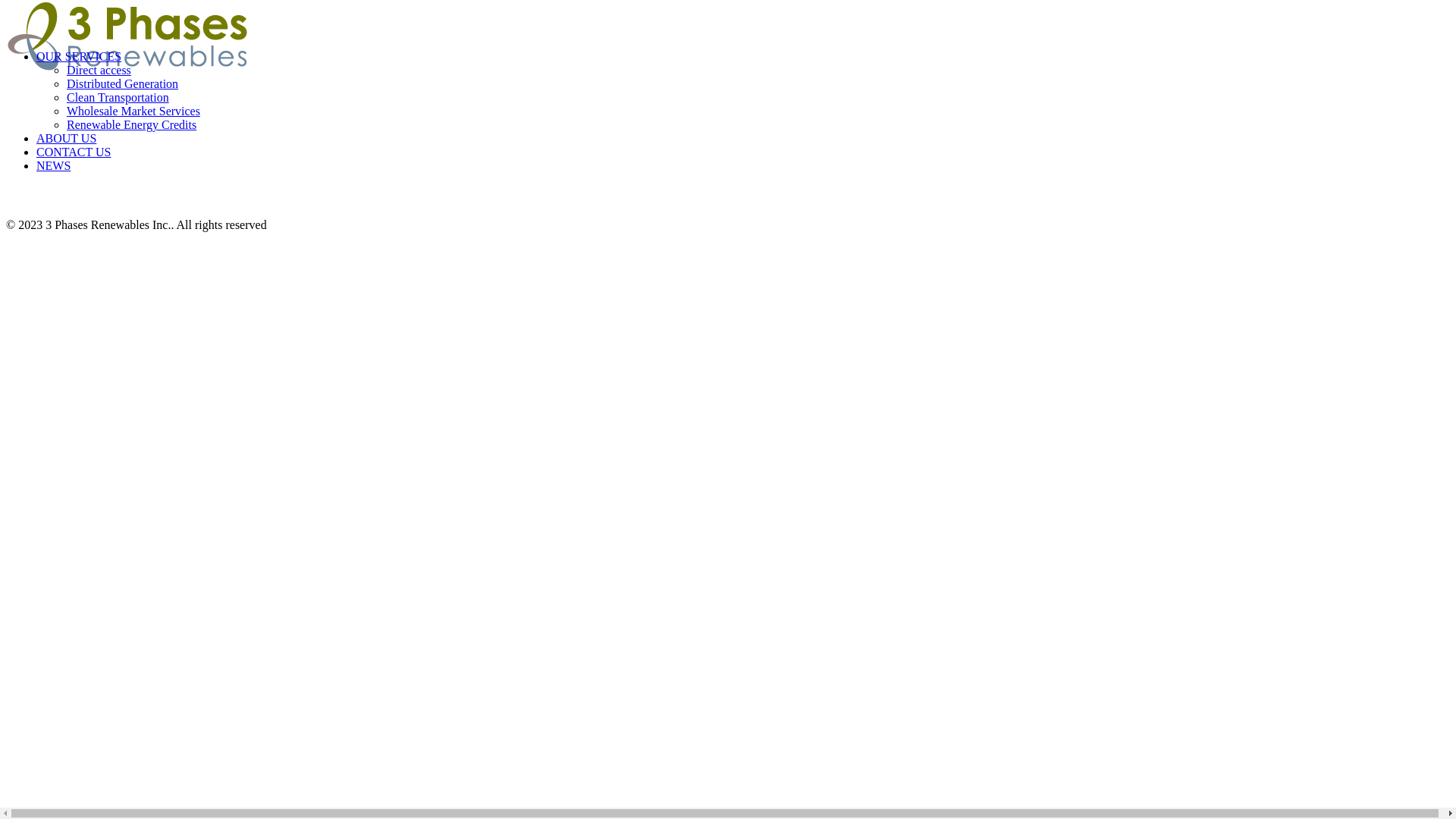 This screenshot has width=1456, height=819. Describe the element at coordinates (131, 124) in the screenshot. I see `'Renewable Energy Credits'` at that location.